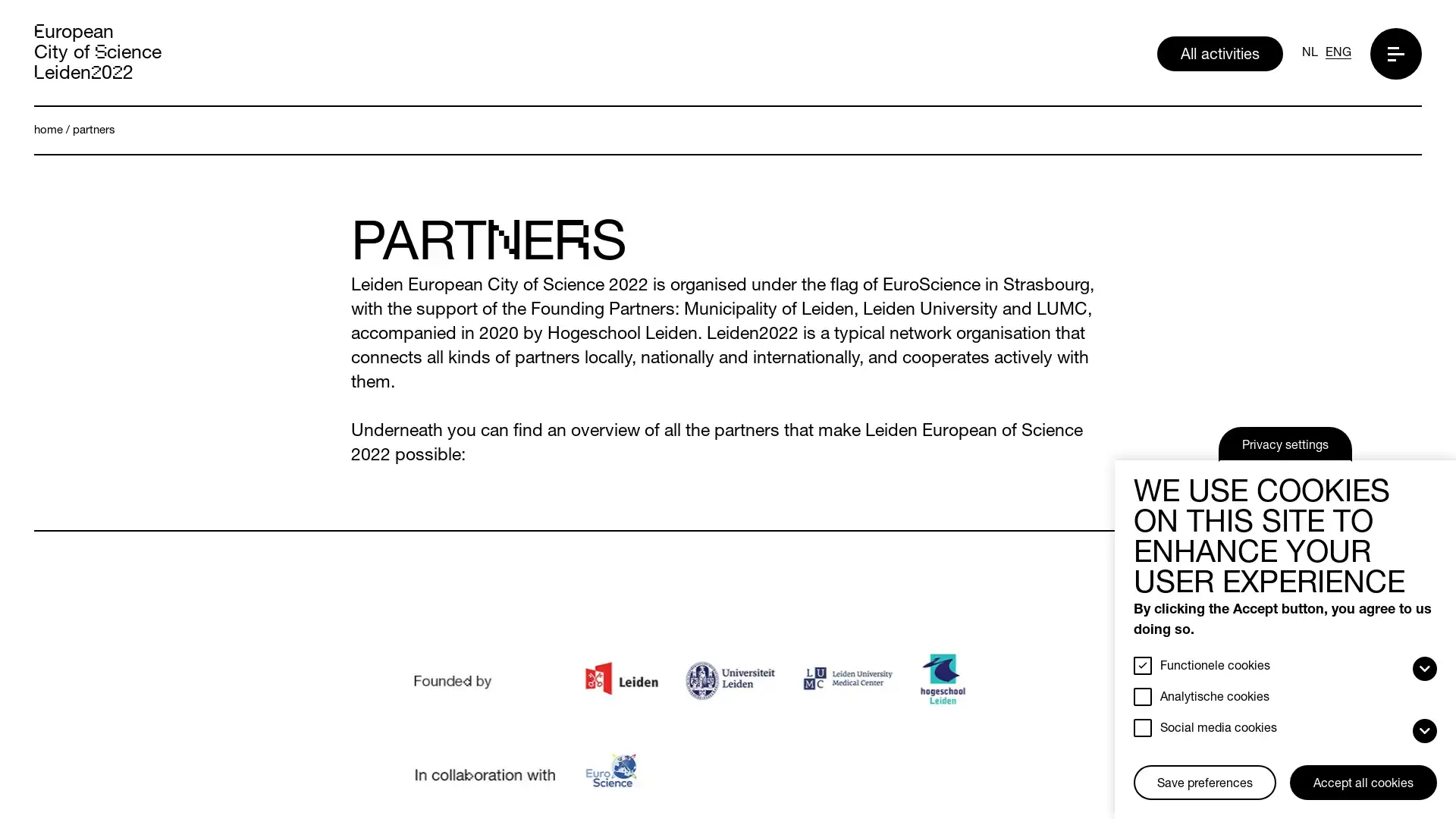 This screenshot has width=1456, height=819. What do you see at coordinates (1203, 783) in the screenshot?
I see `Save preferences` at bounding box center [1203, 783].